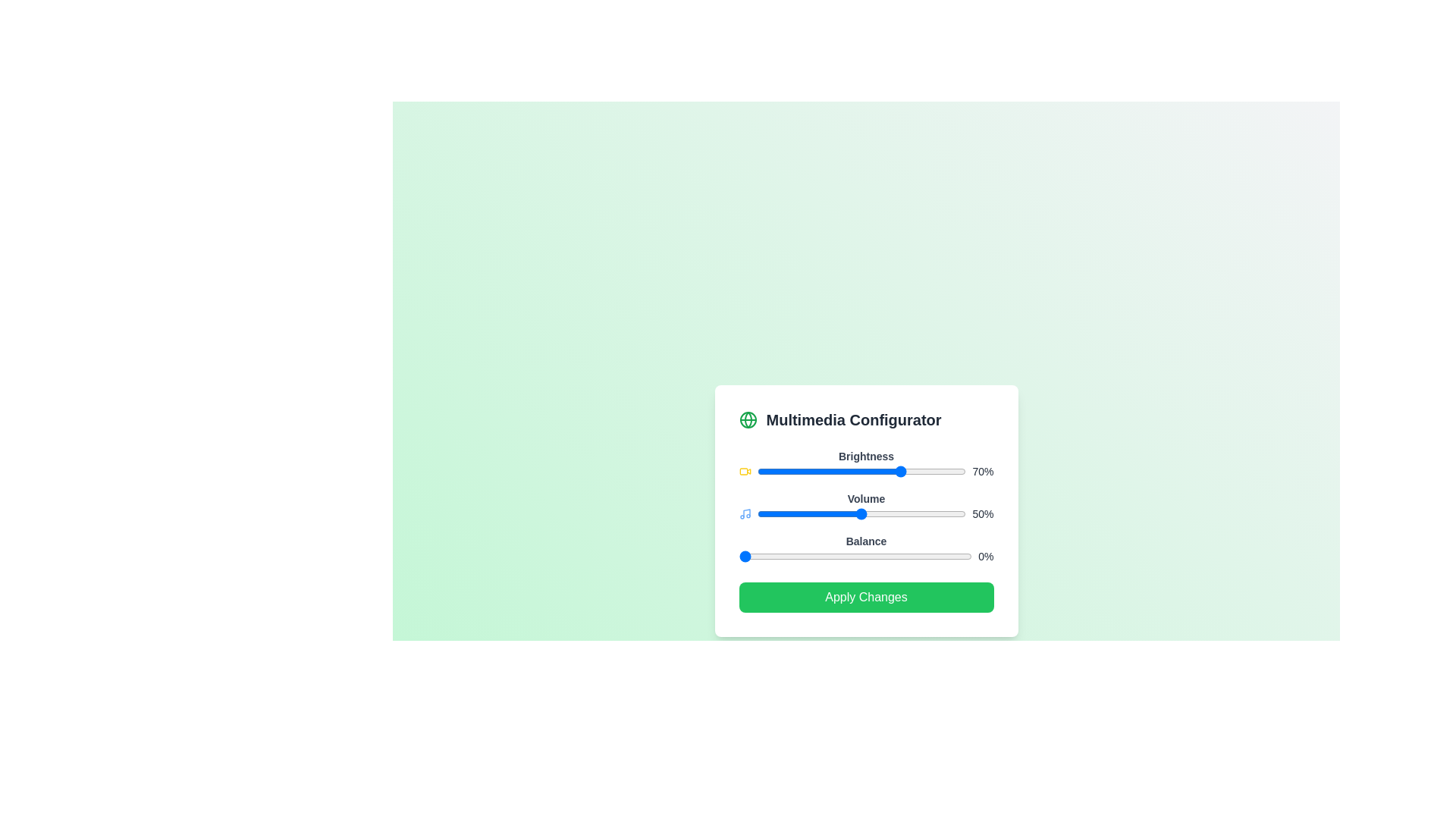 The width and height of the screenshot is (1456, 819). I want to click on the brightness slider to 2%, so click(761, 470).